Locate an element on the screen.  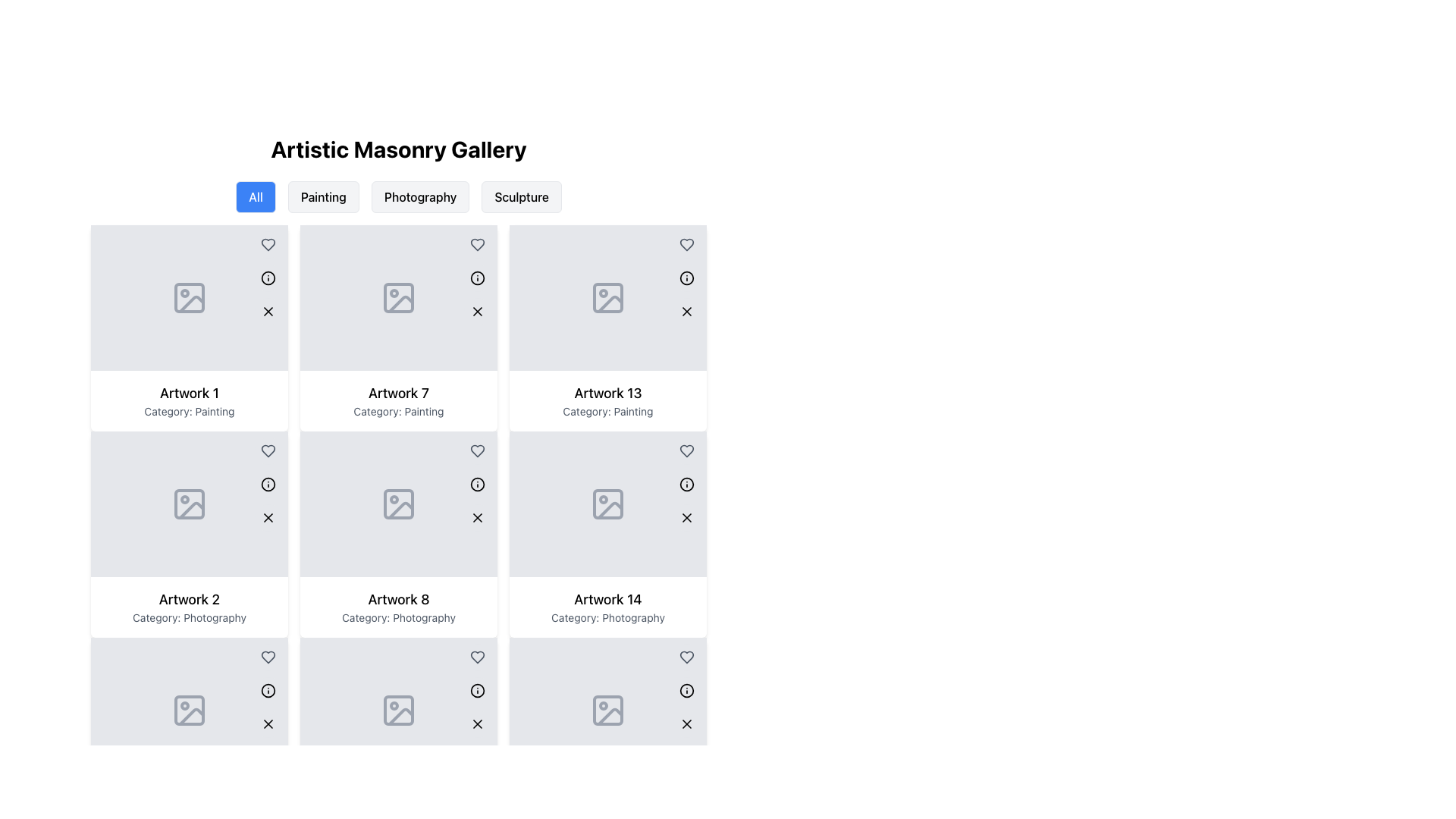
the 'X' icon button in the top-right corner of the card labeled 'Artwork 7' is located at coordinates (476, 311).